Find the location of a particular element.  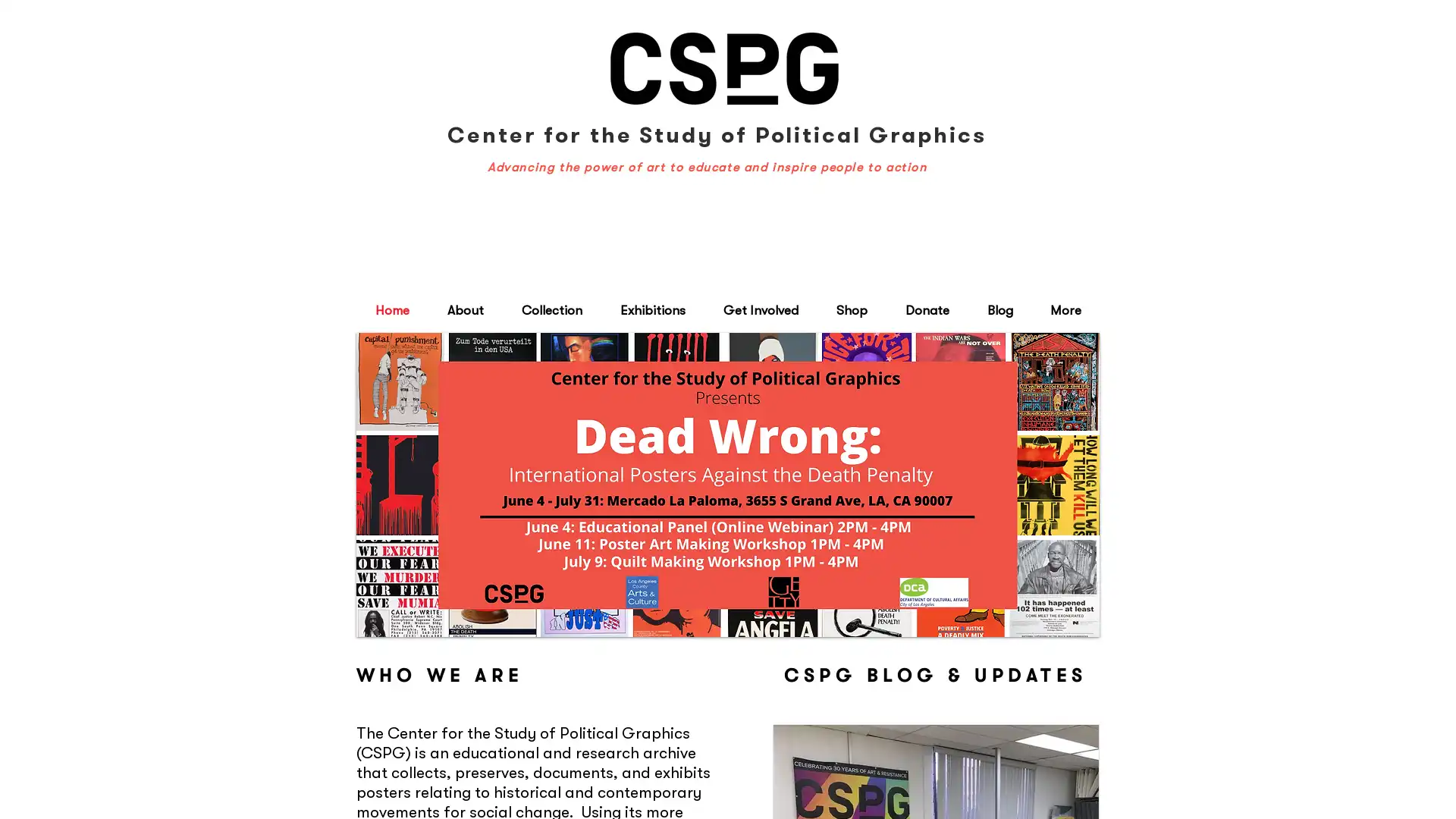

Cart with 0 items is located at coordinates (1066, 323).